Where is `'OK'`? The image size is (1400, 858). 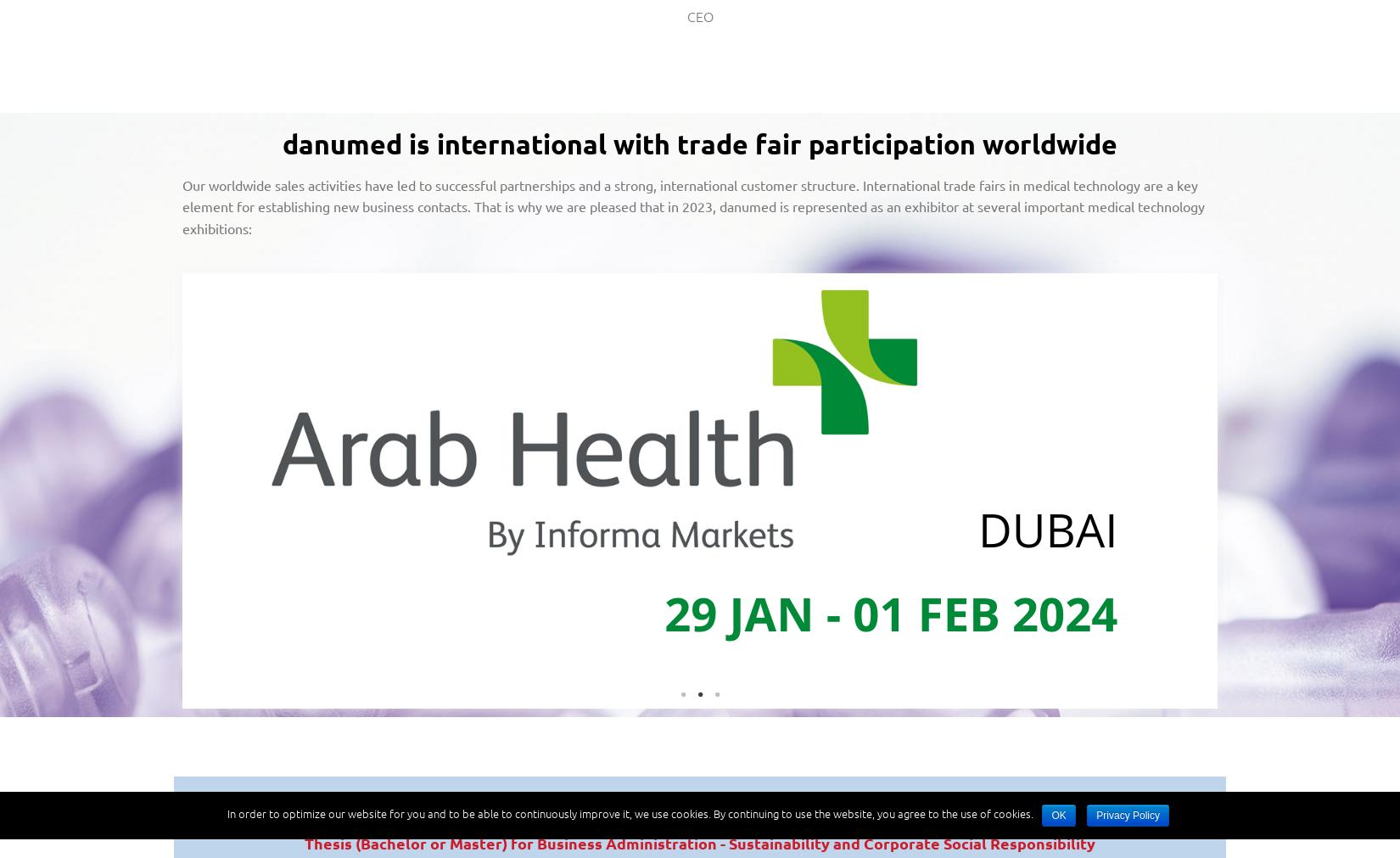 'OK' is located at coordinates (1050, 815).